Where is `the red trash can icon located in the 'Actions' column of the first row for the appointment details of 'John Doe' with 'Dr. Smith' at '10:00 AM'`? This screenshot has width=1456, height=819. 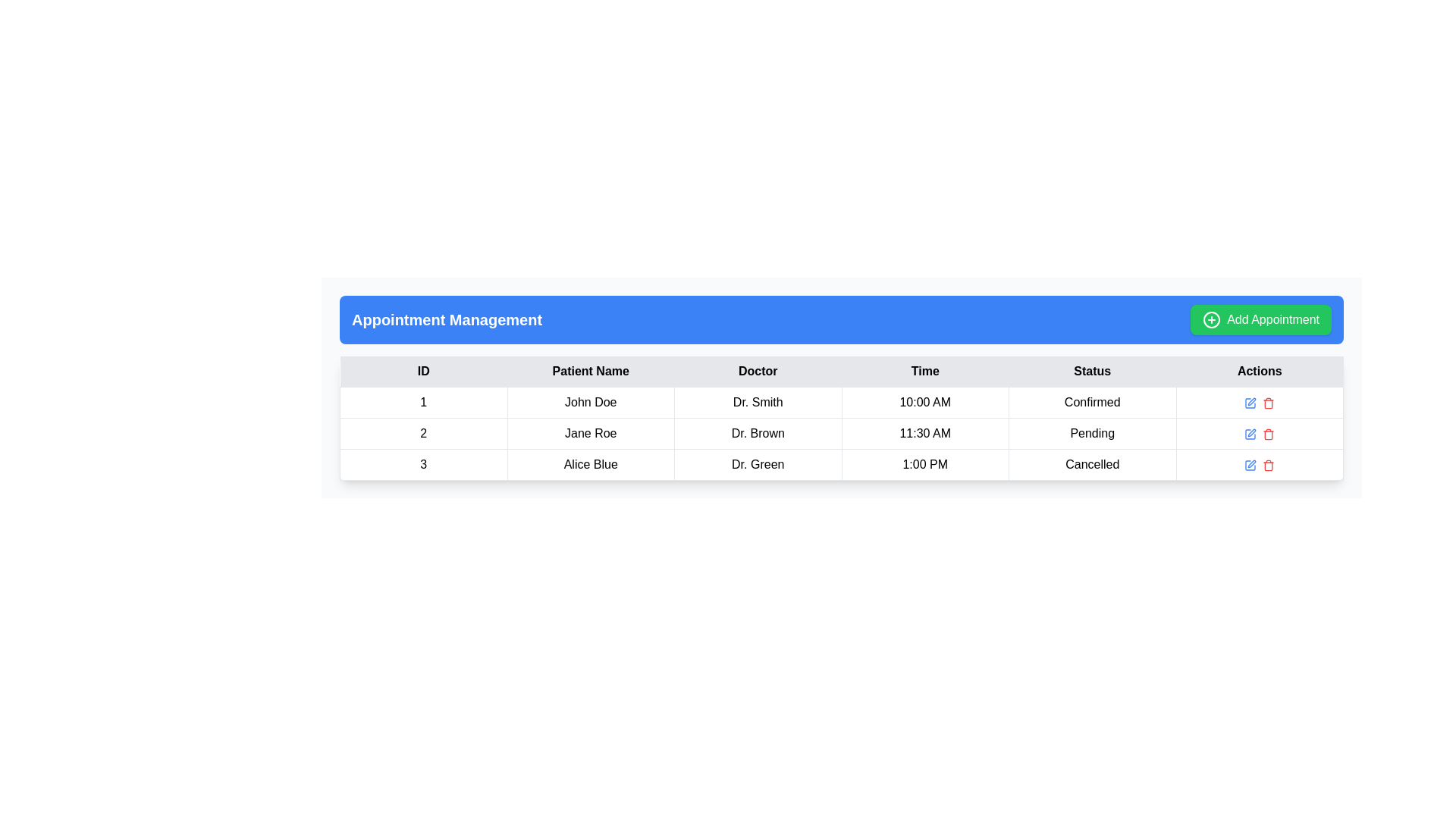
the red trash can icon located in the 'Actions' column of the first row for the appointment details of 'John Doe' with 'Dr. Smith' at '10:00 AM' is located at coordinates (1260, 402).